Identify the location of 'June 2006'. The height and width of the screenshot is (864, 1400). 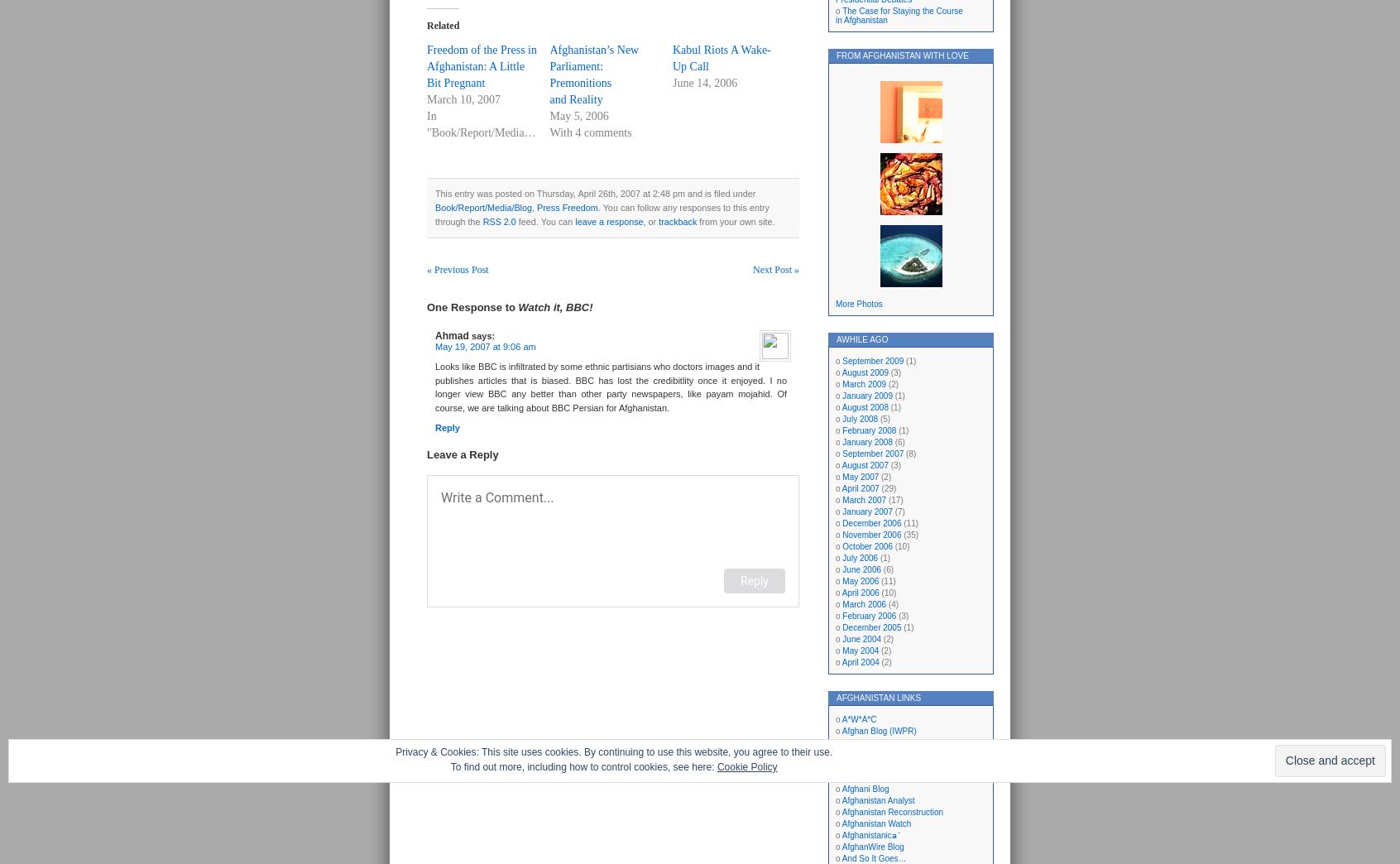
(861, 569).